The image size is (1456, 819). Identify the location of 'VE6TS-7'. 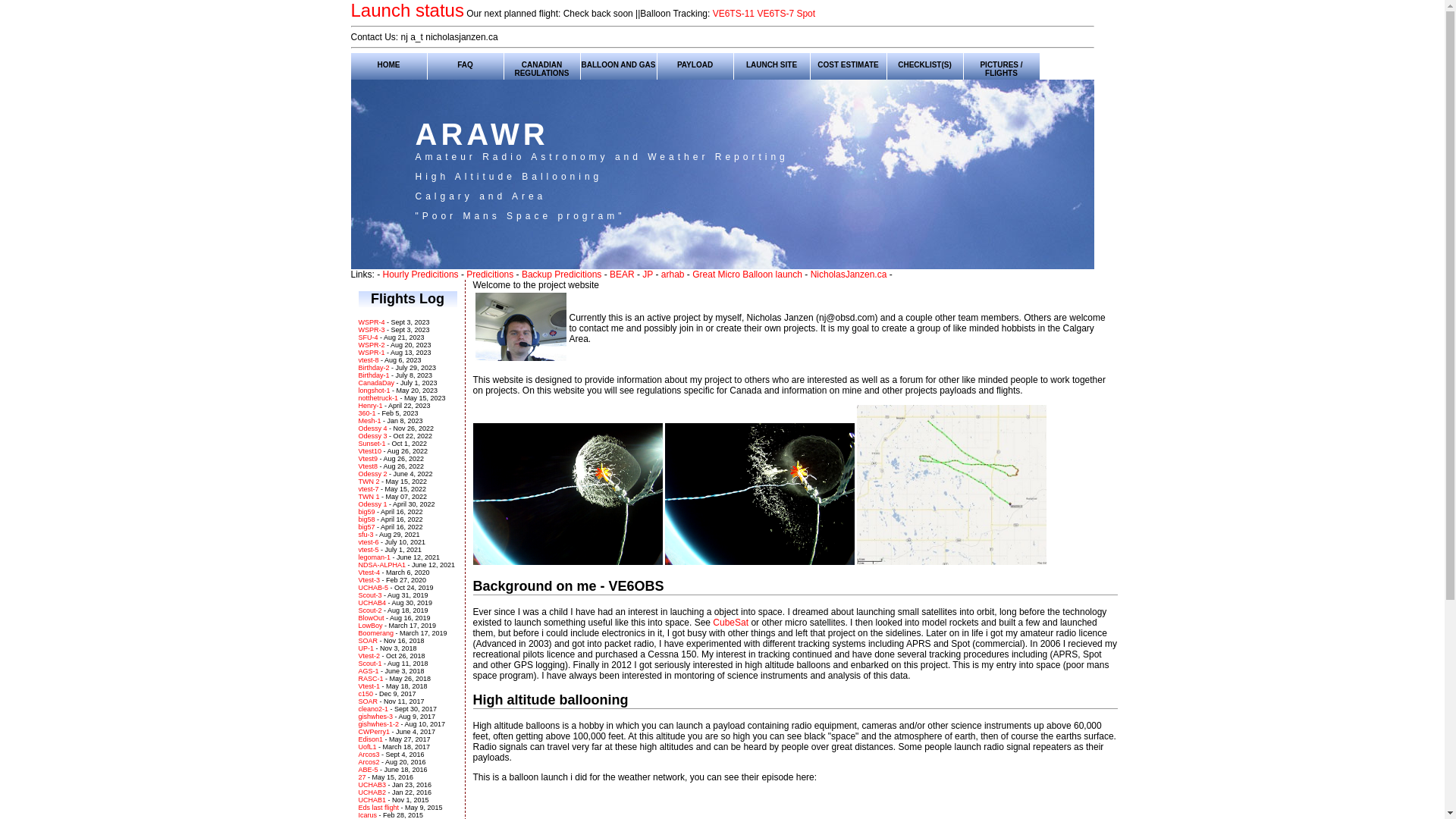
(775, 14).